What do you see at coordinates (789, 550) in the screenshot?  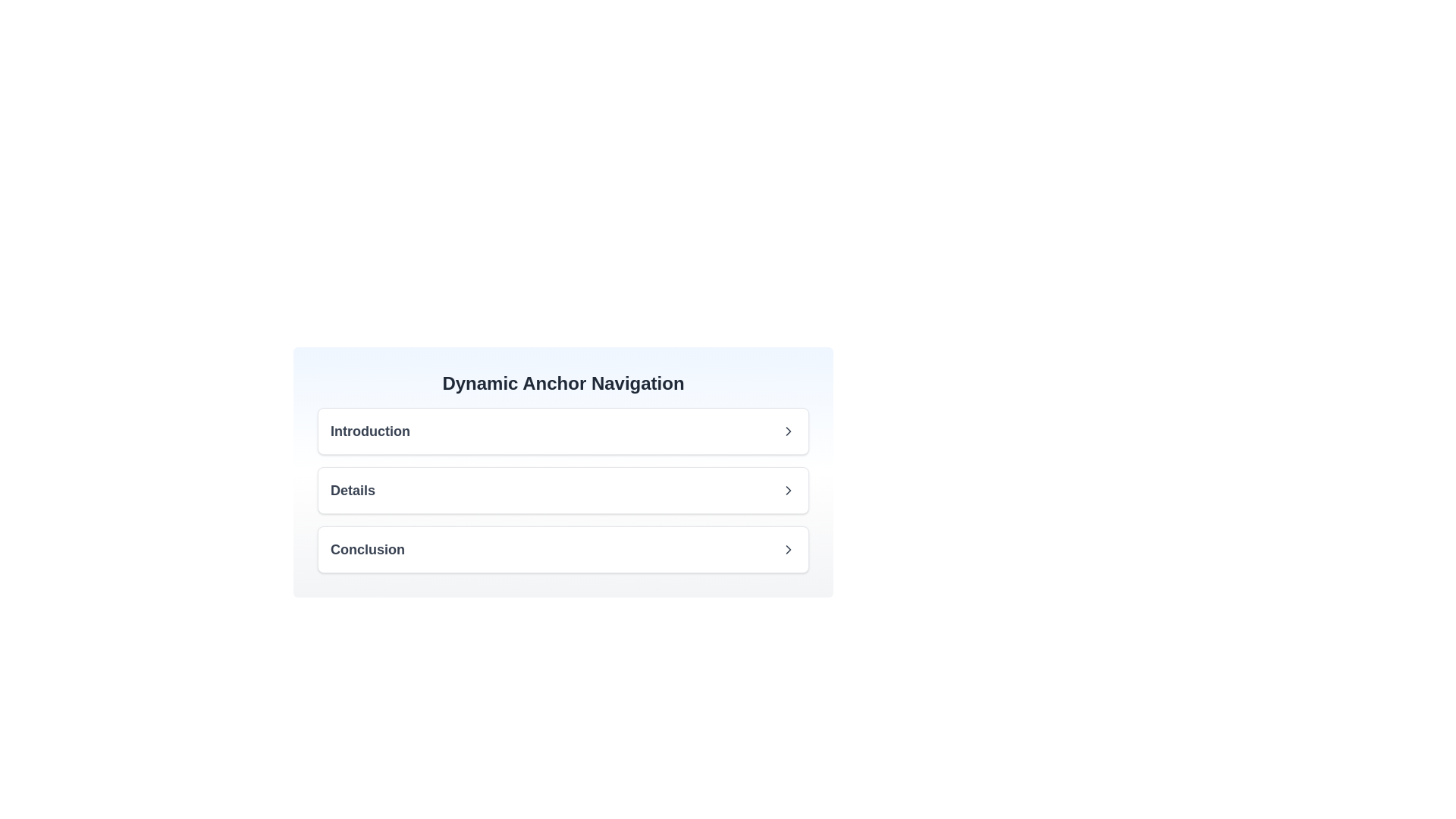 I see `the right-pointing chevron icon located at the right end of the 'Conclusion' entry in the vertical list` at bounding box center [789, 550].